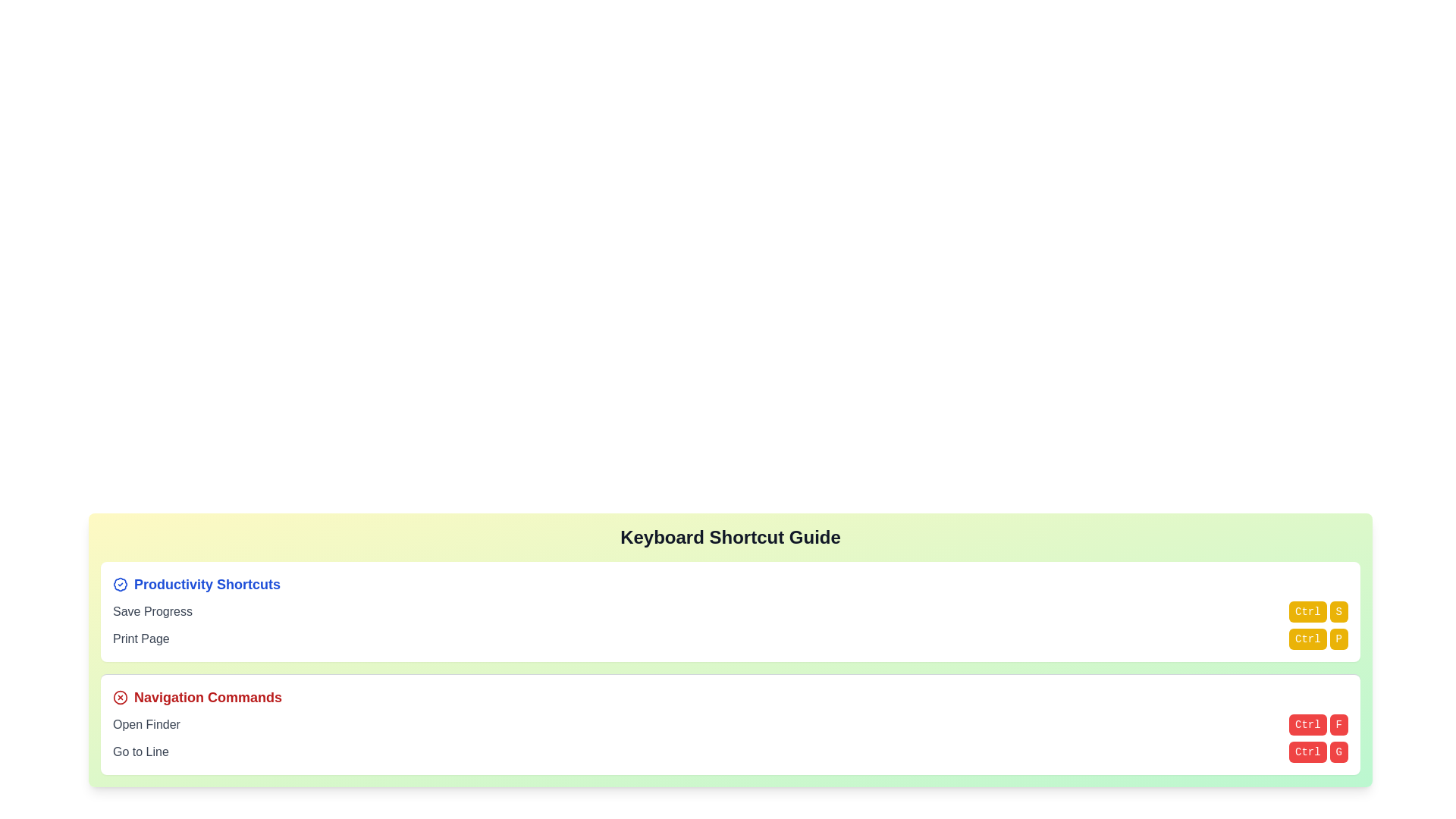  I want to click on the 'Ctrl' button, which displays the keyboard shortcut key 'Ctrl' and is part of a pair with the adjacent 'P' button in the 'Navigation Commands' section, so click(1307, 639).